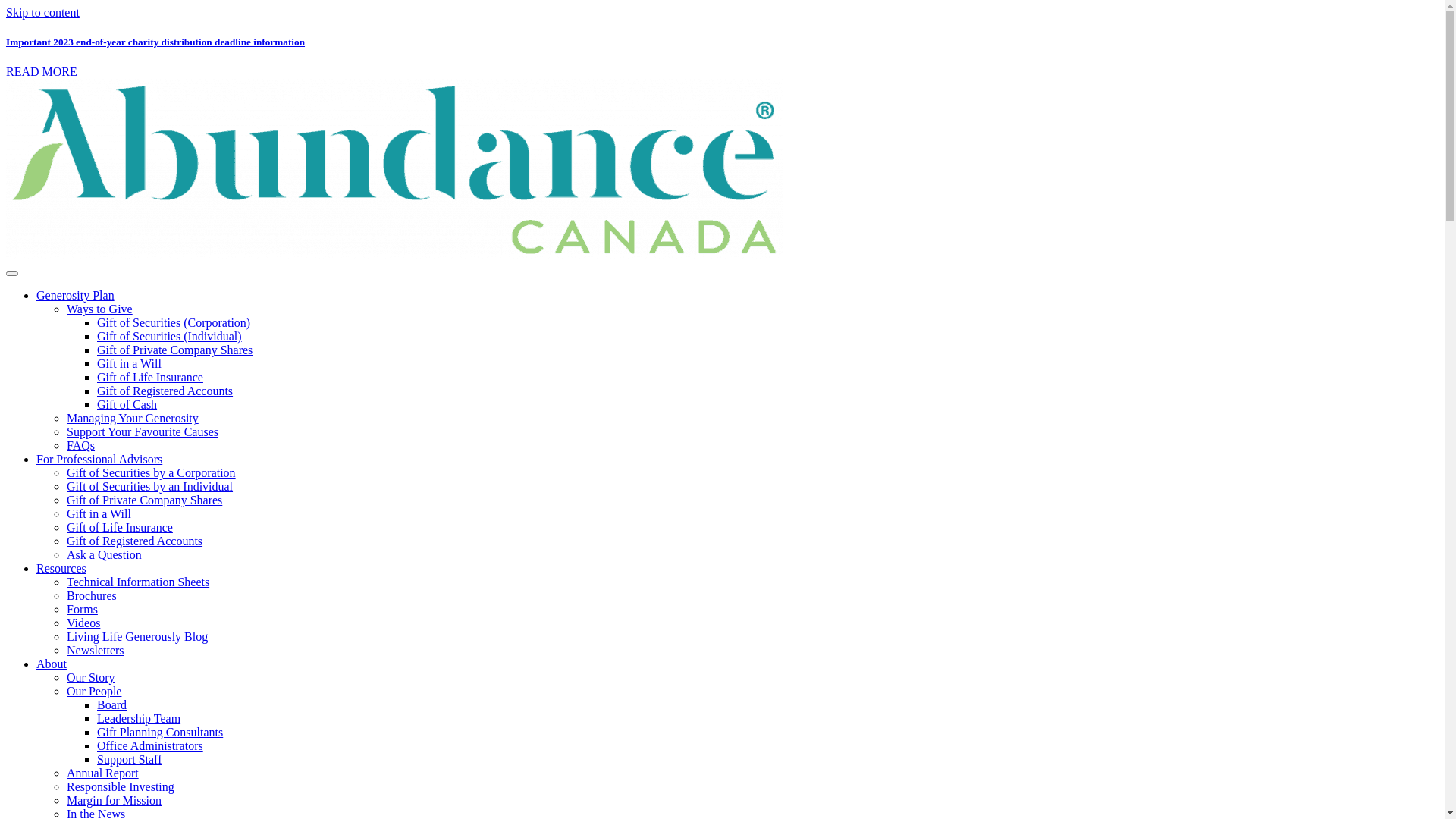 This screenshot has width=1456, height=819. I want to click on 'Forms', so click(81, 608).